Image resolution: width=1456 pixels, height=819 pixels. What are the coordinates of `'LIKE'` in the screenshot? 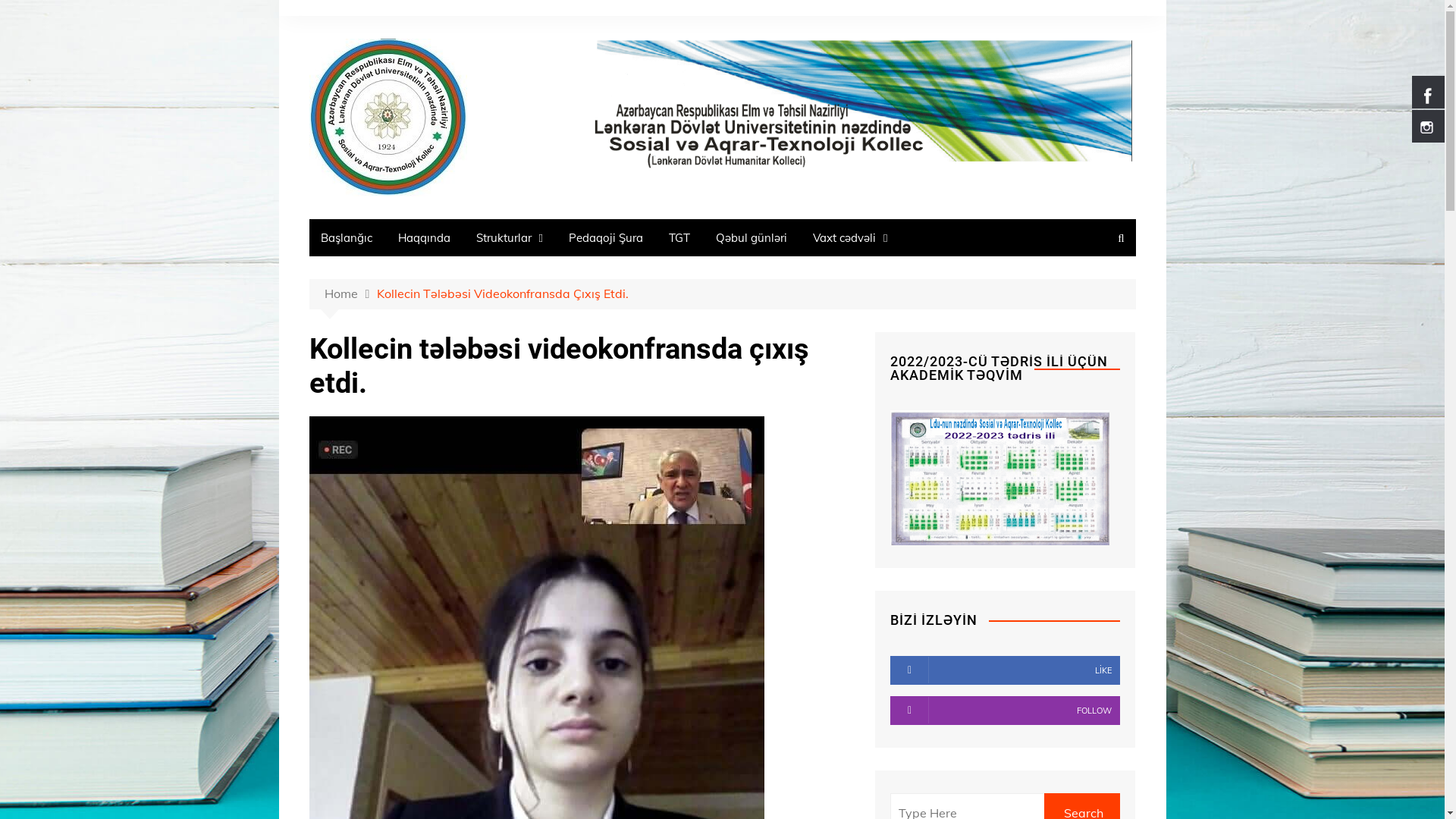 It's located at (1005, 669).